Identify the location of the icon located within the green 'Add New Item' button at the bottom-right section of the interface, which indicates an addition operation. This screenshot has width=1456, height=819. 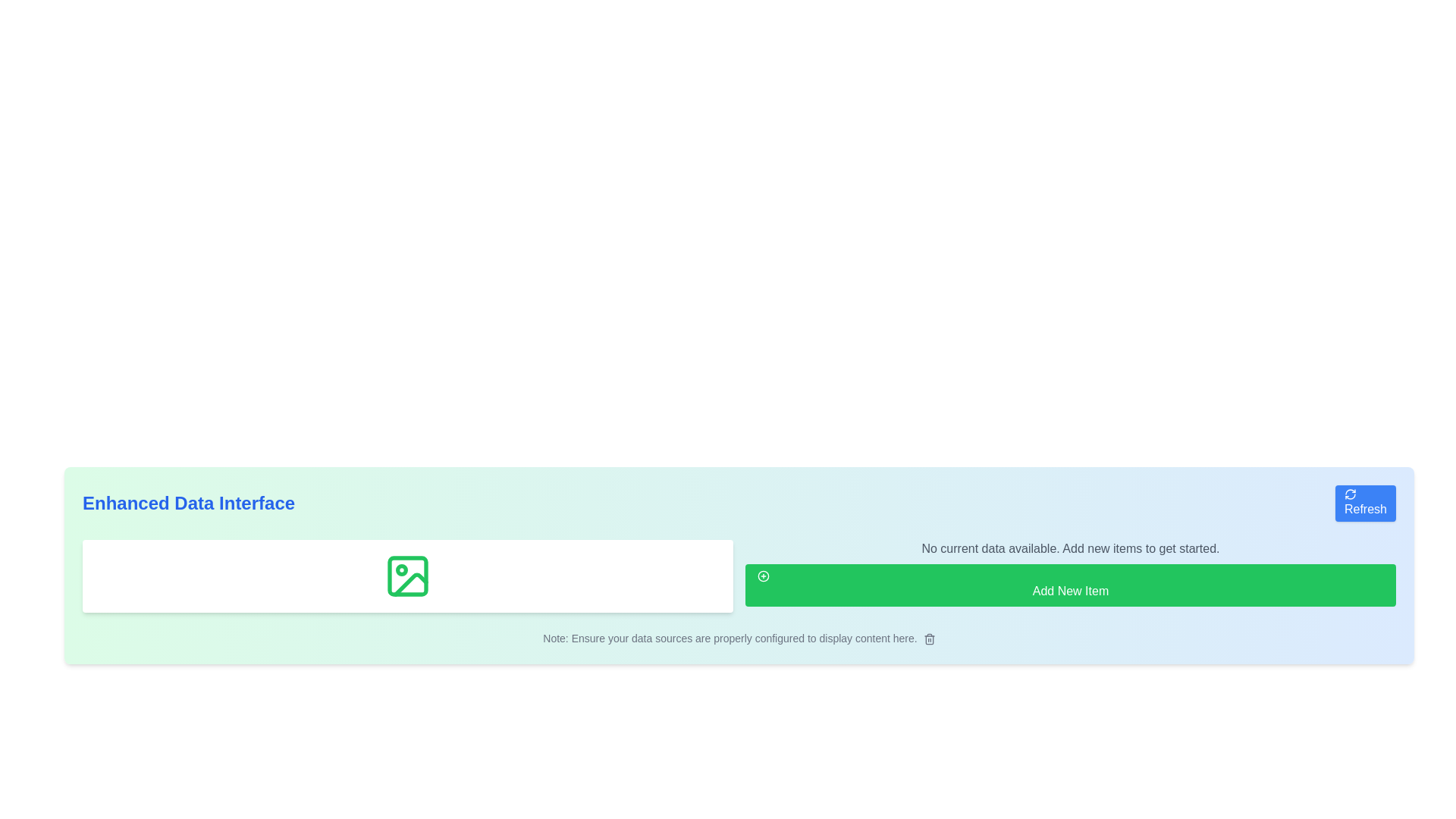
(764, 576).